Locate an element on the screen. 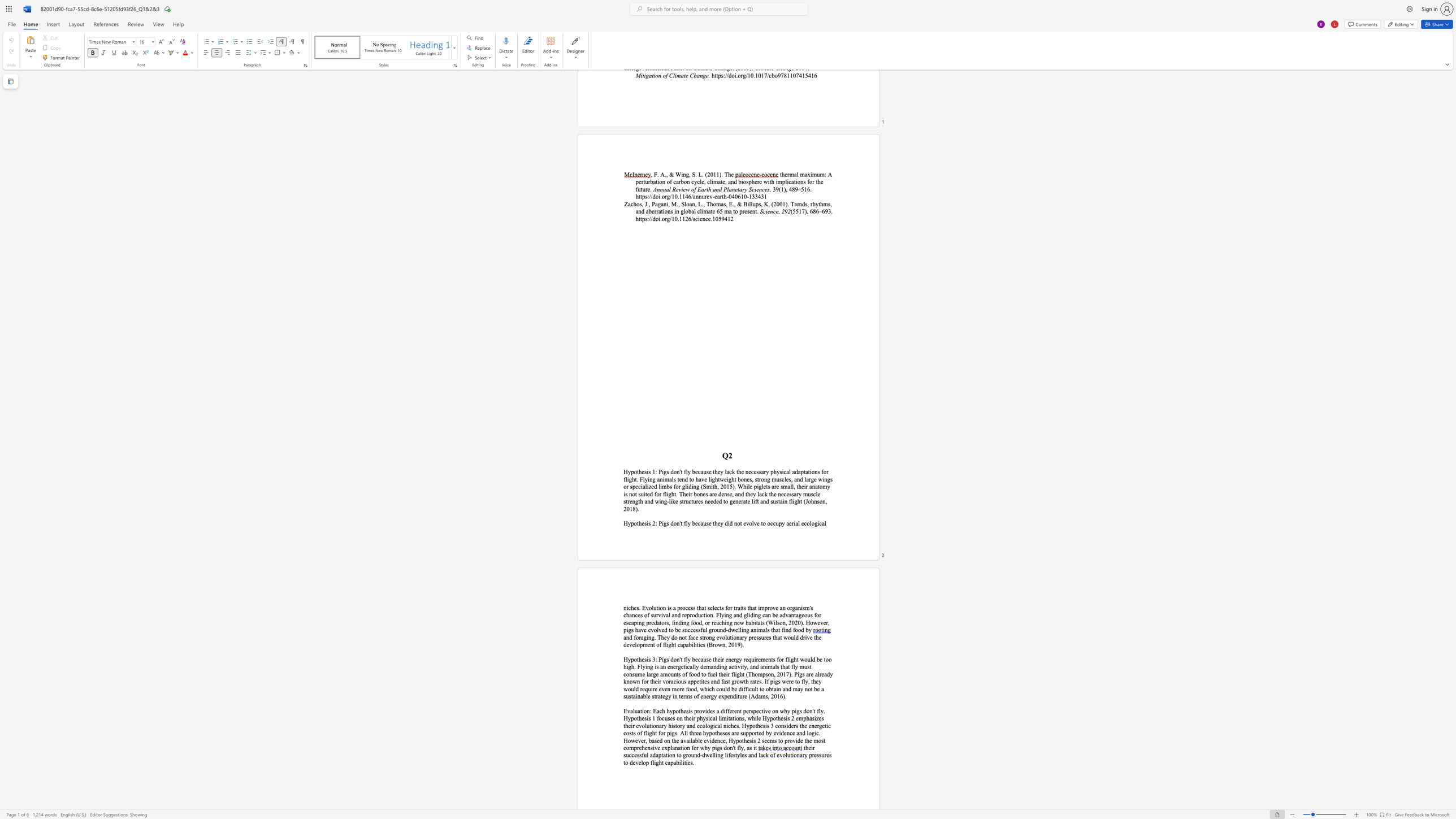  the subset text "Pi" within the text "Hypothesis 3: Pigs" is located at coordinates (658, 659).